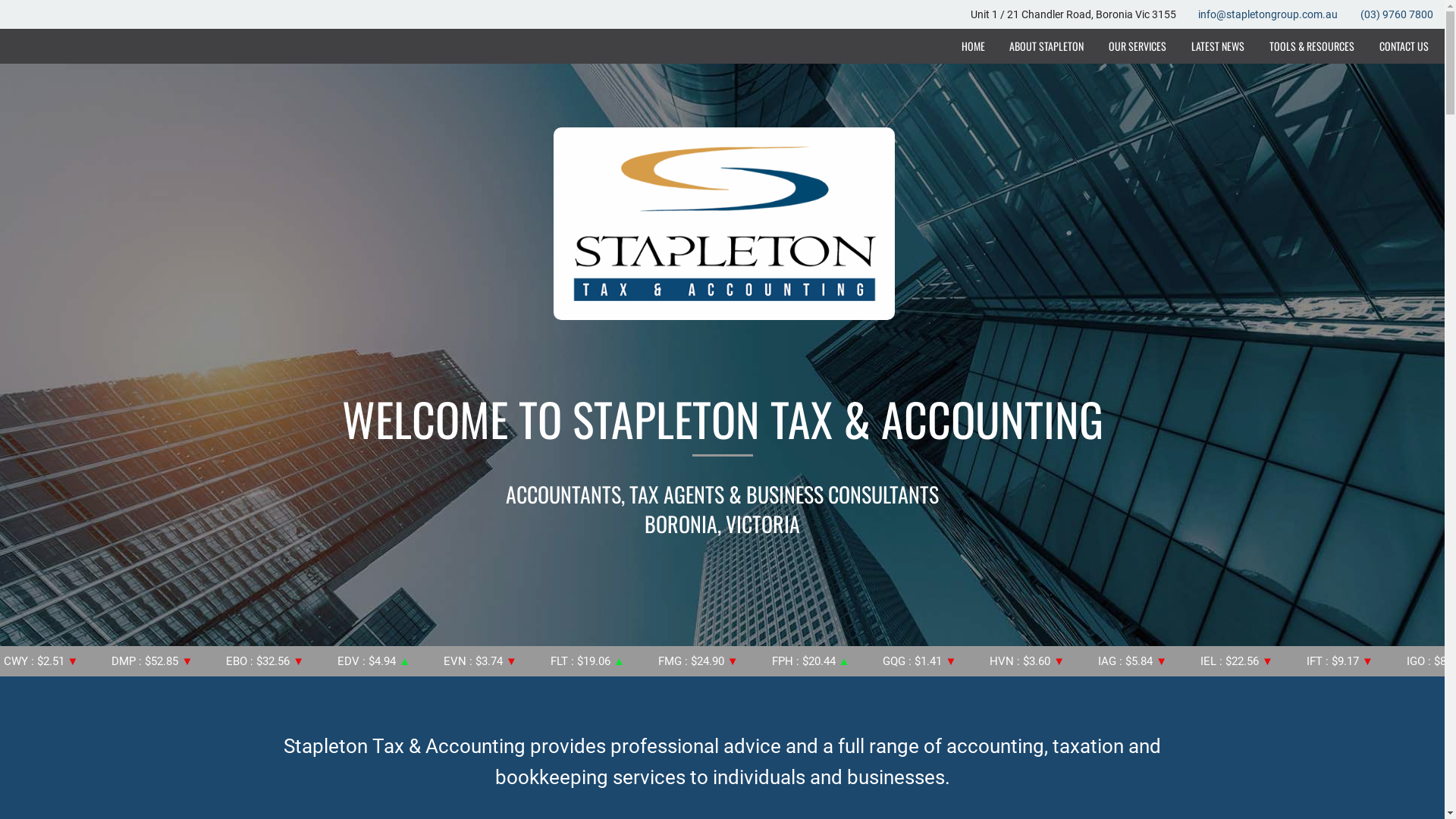 The width and height of the screenshot is (1456, 819). I want to click on 'CONTACT US', so click(1403, 45).